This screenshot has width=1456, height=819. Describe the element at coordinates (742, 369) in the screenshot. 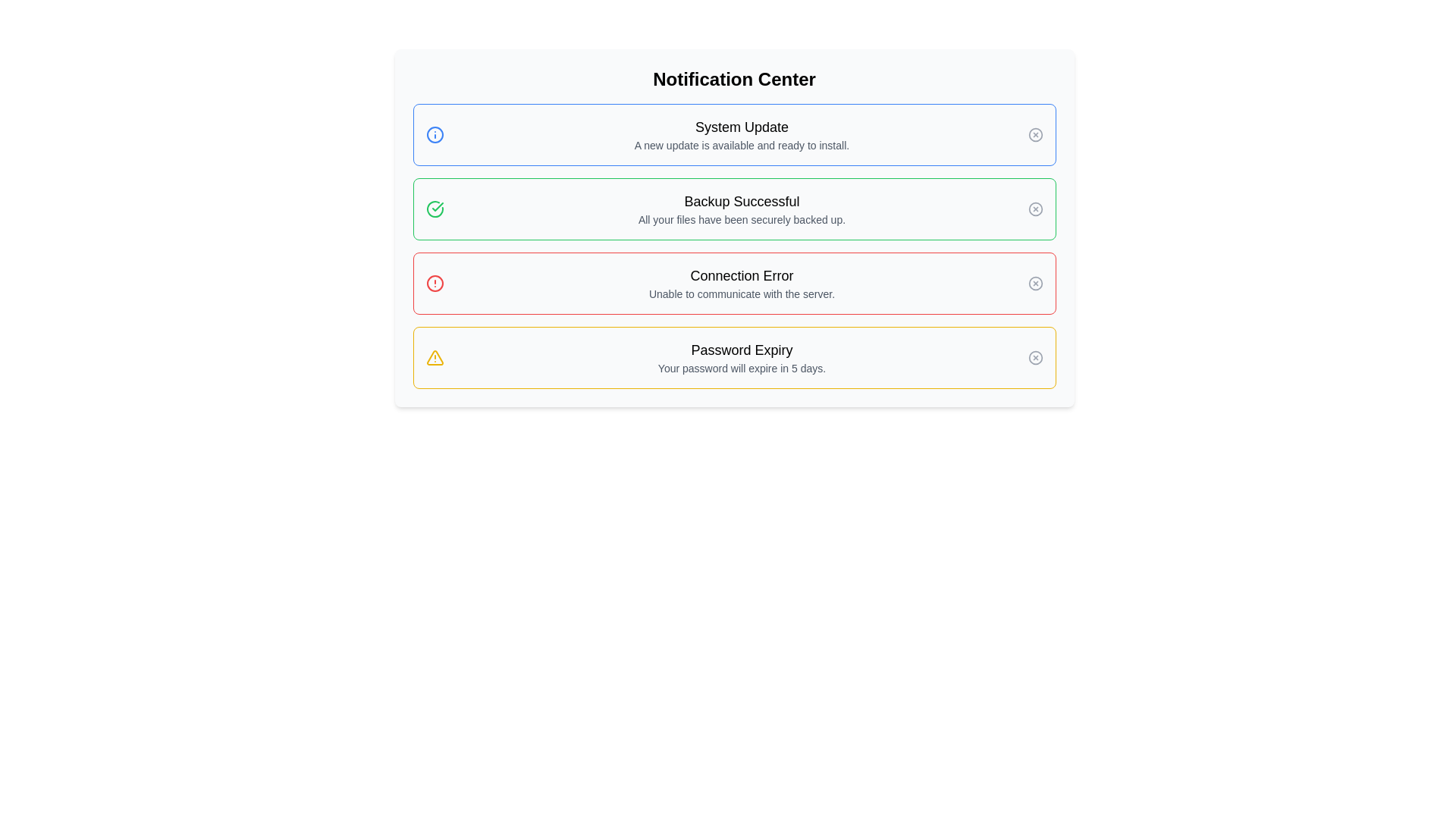

I see `notification message stating 'Your password will expire in 5 days.' located beneath the title 'Password Expiry' in the notification list` at that location.